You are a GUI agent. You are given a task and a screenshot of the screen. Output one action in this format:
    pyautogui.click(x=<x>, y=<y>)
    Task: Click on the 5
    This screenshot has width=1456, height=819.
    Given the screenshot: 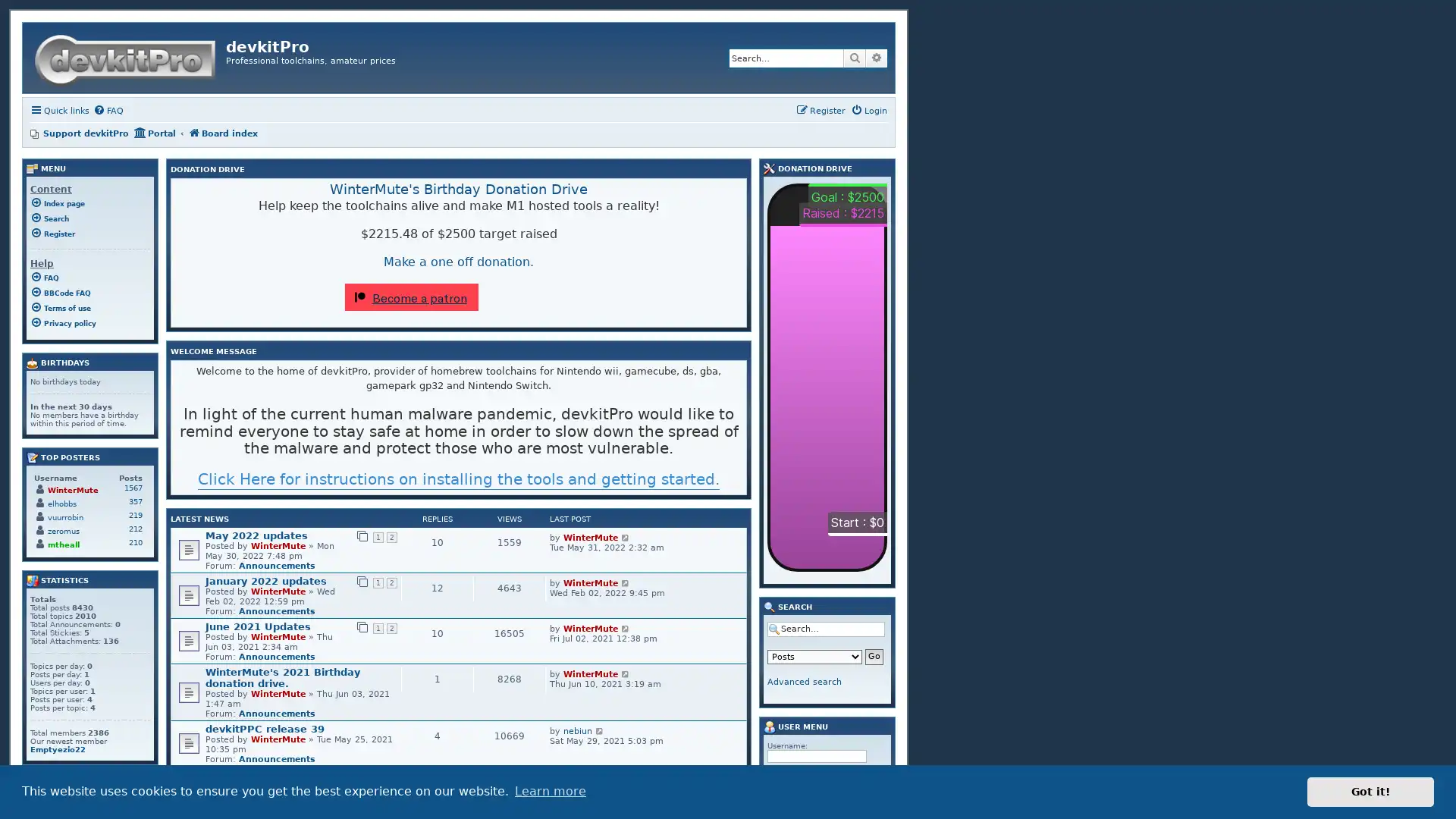 What is the action you would take?
    pyautogui.click(x=708, y=774)
    